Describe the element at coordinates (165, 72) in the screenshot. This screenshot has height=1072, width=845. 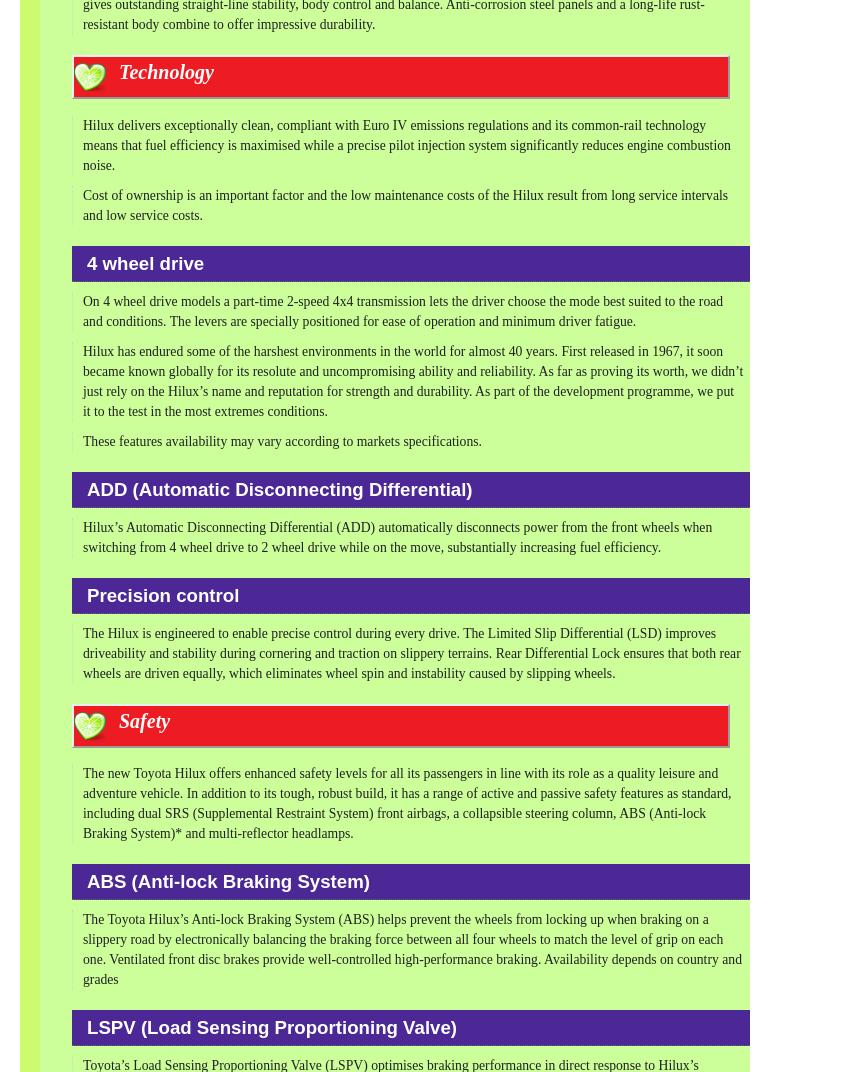
I see `'Technology'` at that location.